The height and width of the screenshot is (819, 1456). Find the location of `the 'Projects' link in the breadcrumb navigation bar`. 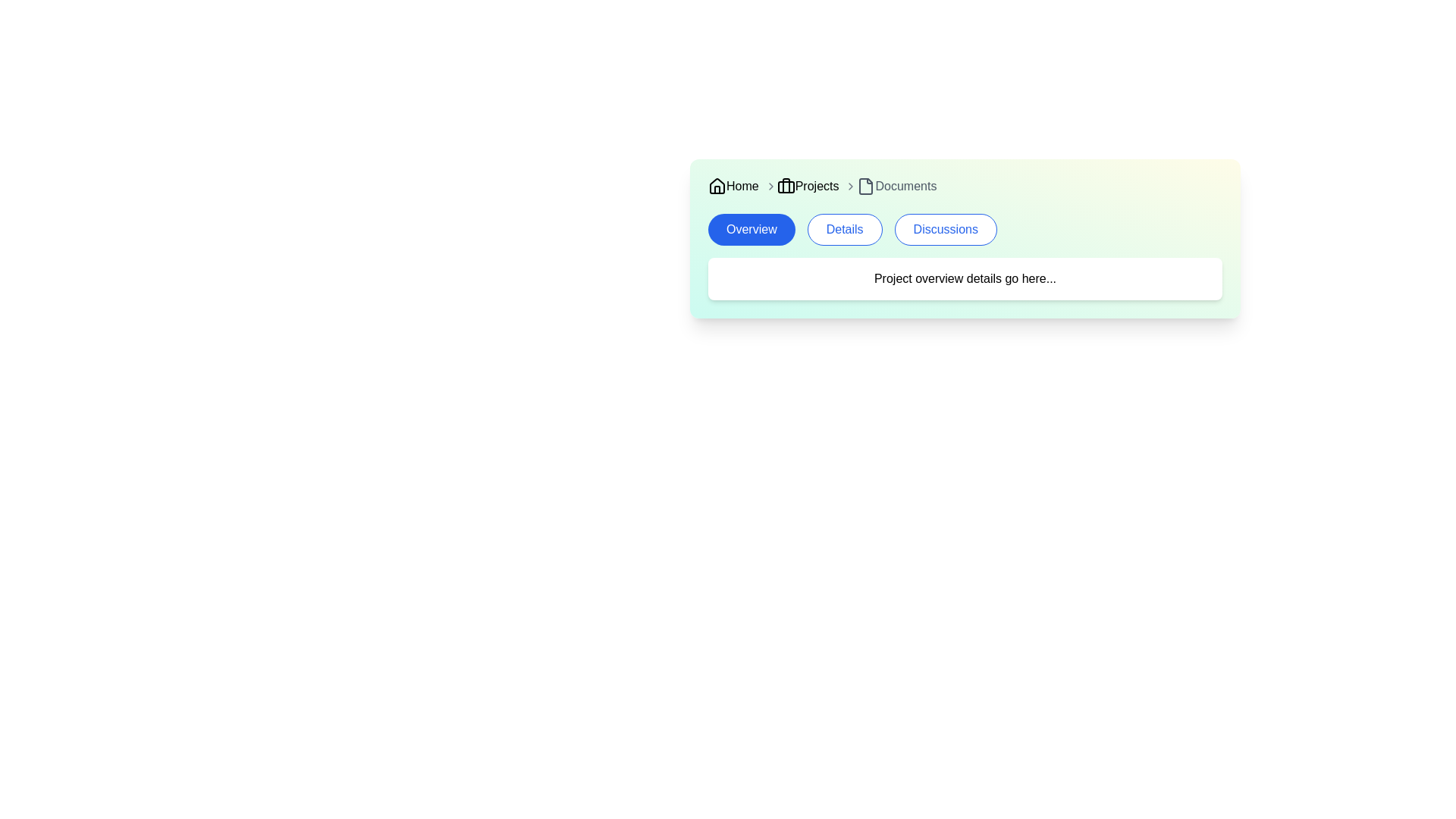

the 'Projects' link in the breadcrumb navigation bar is located at coordinates (801, 186).